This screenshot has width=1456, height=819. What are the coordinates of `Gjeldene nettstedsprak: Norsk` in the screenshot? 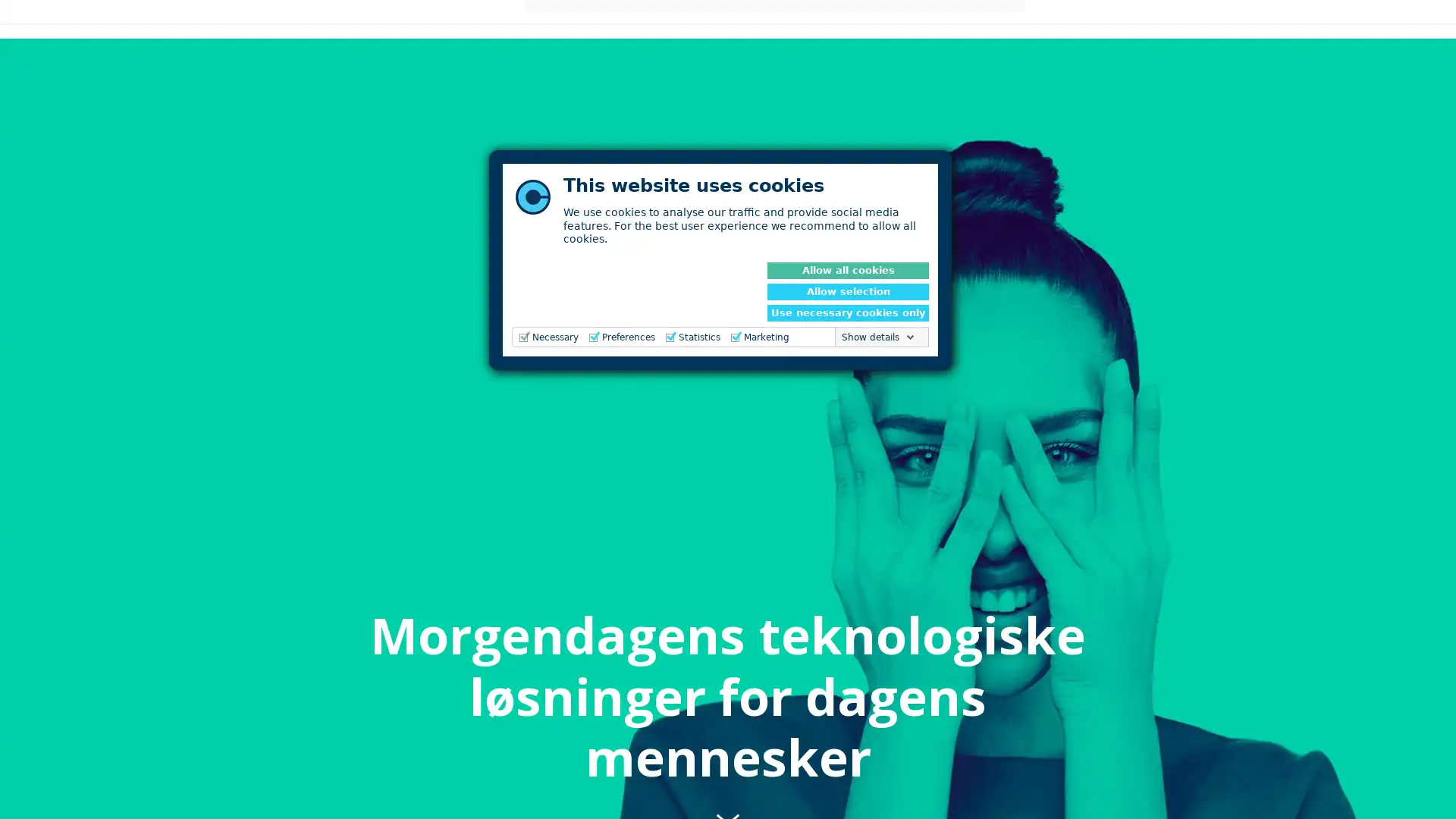 It's located at (1163, 30).